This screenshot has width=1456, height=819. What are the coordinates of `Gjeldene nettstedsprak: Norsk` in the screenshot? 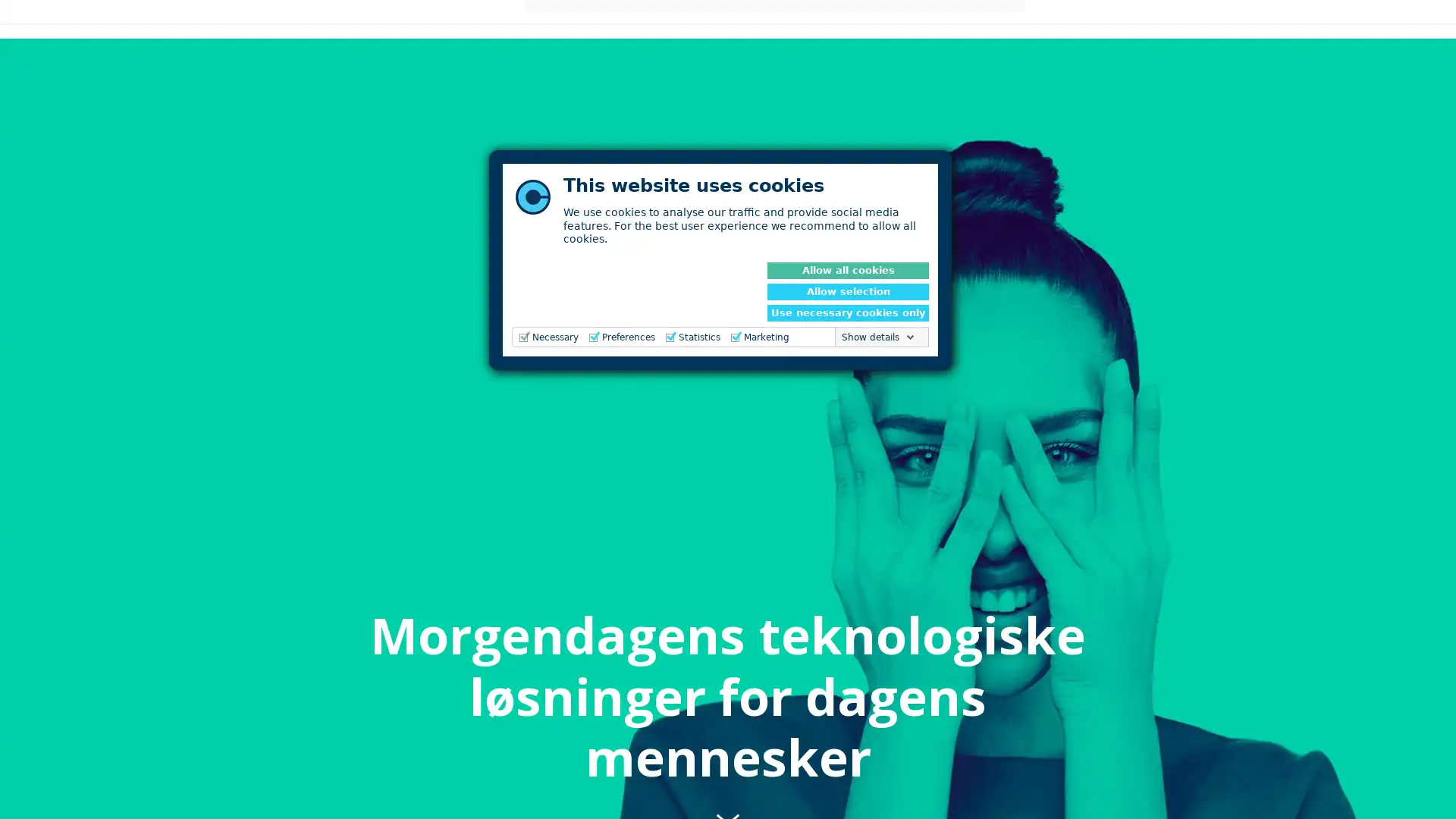 It's located at (1163, 30).